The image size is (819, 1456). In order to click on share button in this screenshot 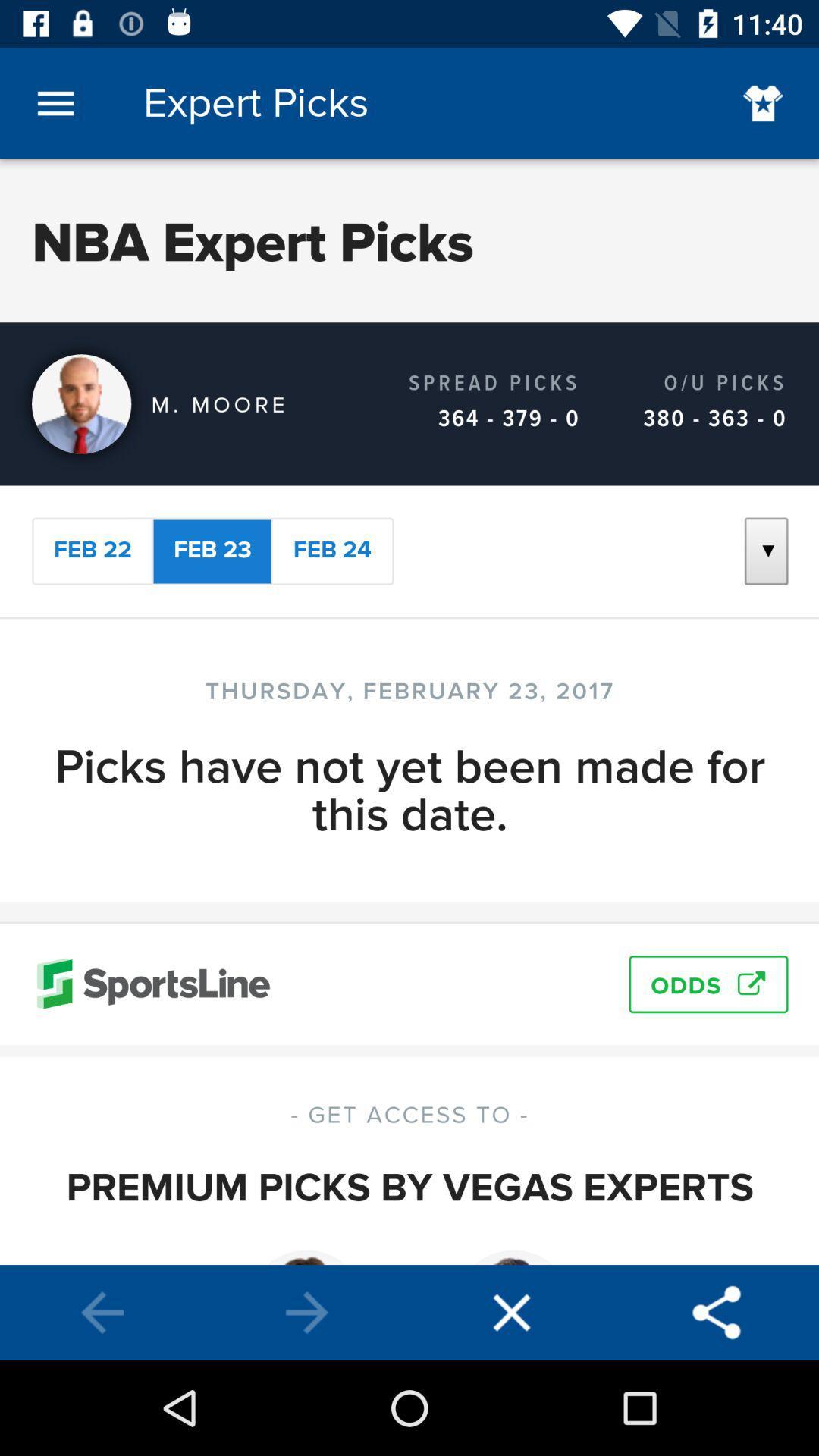, I will do `click(717, 1312)`.